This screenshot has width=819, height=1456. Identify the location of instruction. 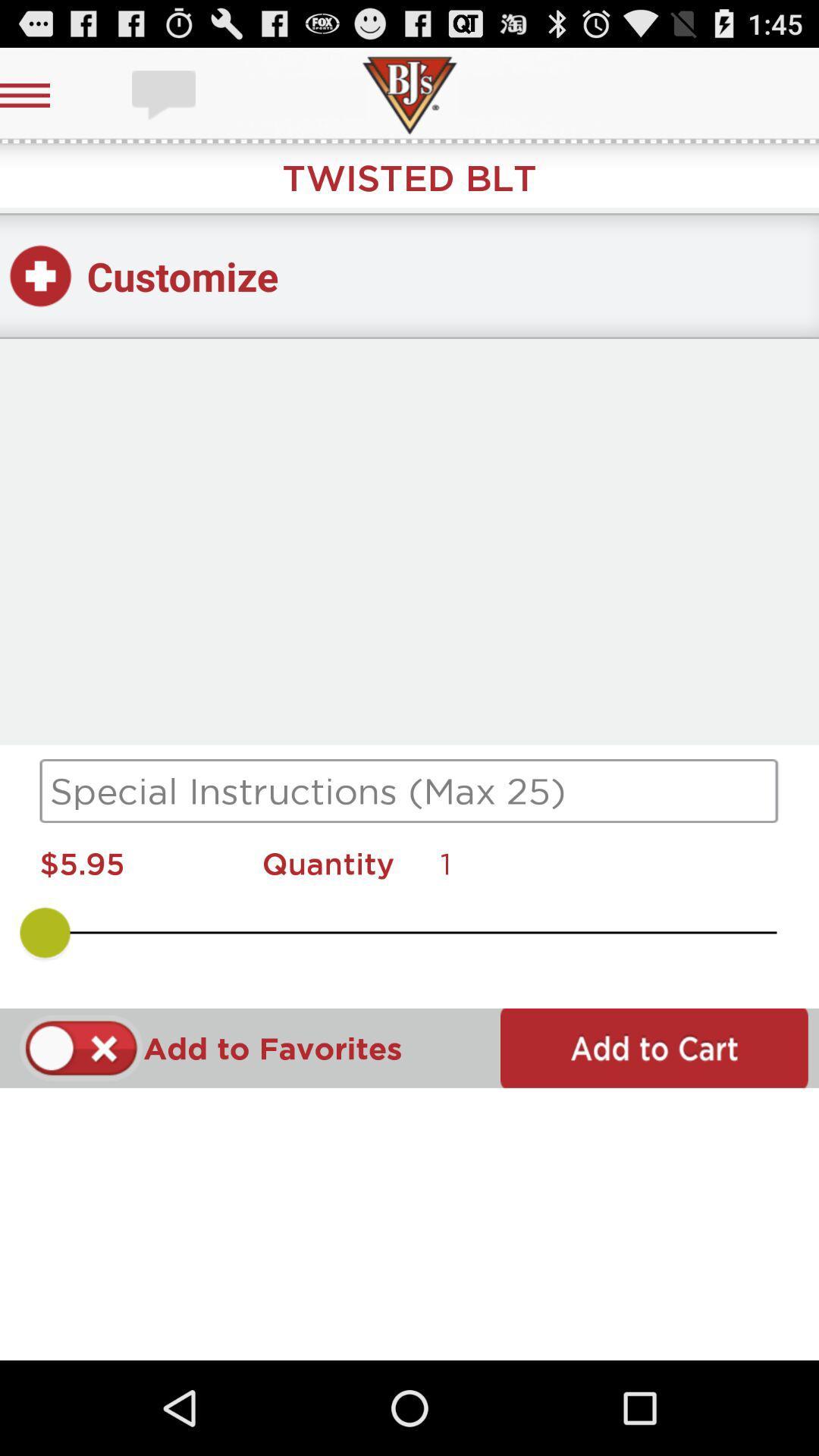
(409, 790).